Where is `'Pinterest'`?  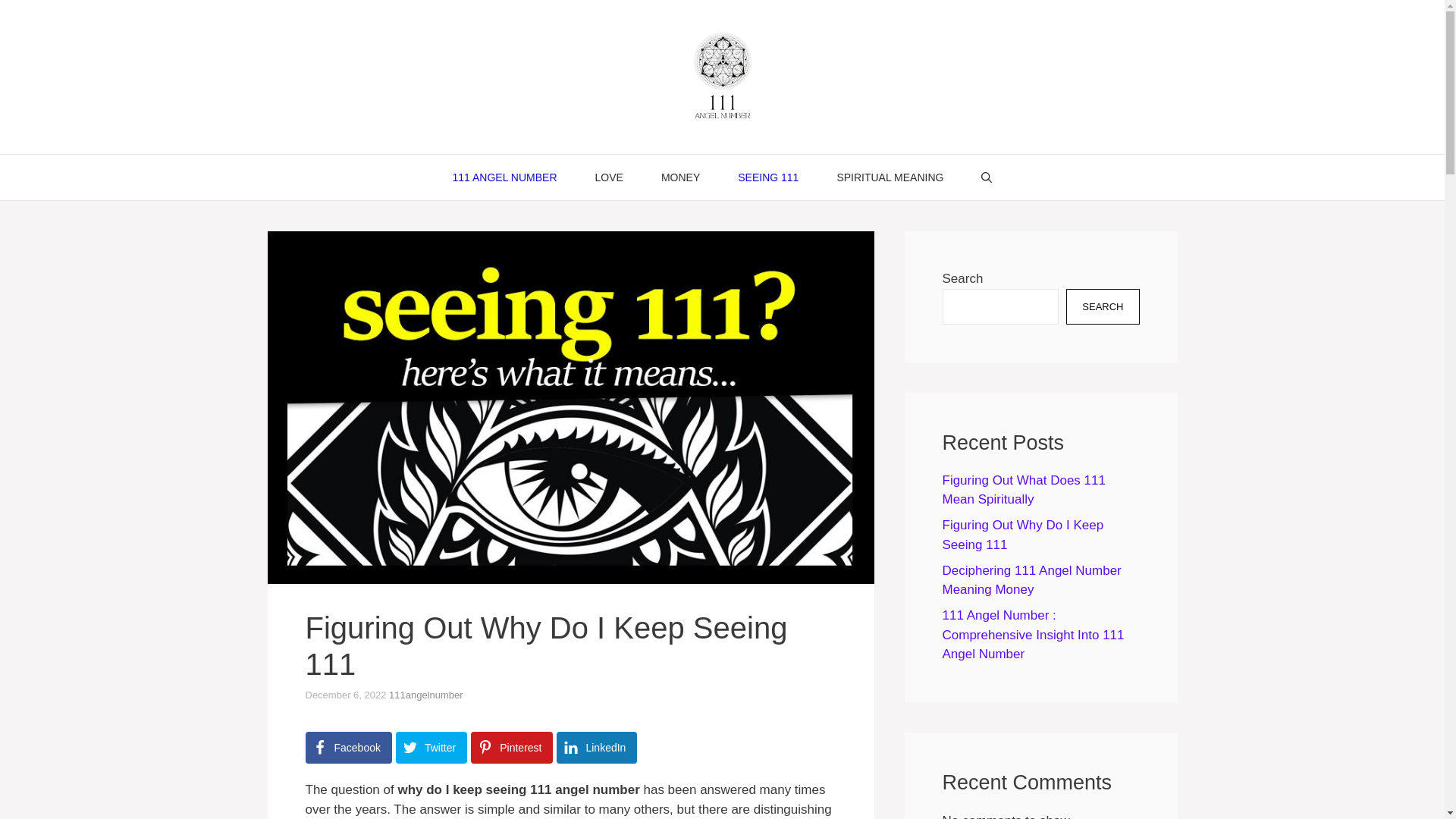 'Pinterest' is located at coordinates (512, 747).